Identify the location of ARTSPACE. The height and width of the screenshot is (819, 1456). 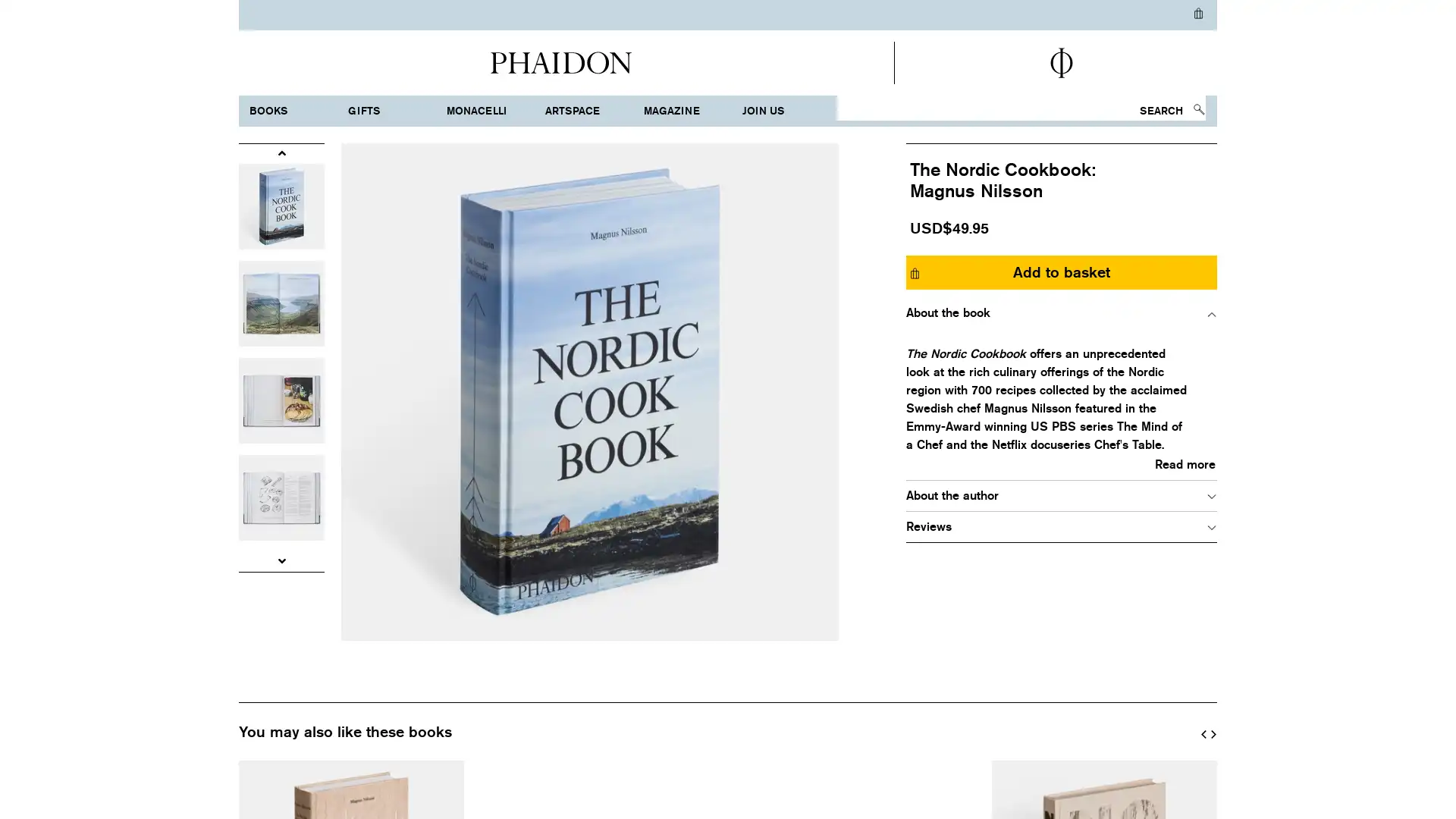
(589, 109).